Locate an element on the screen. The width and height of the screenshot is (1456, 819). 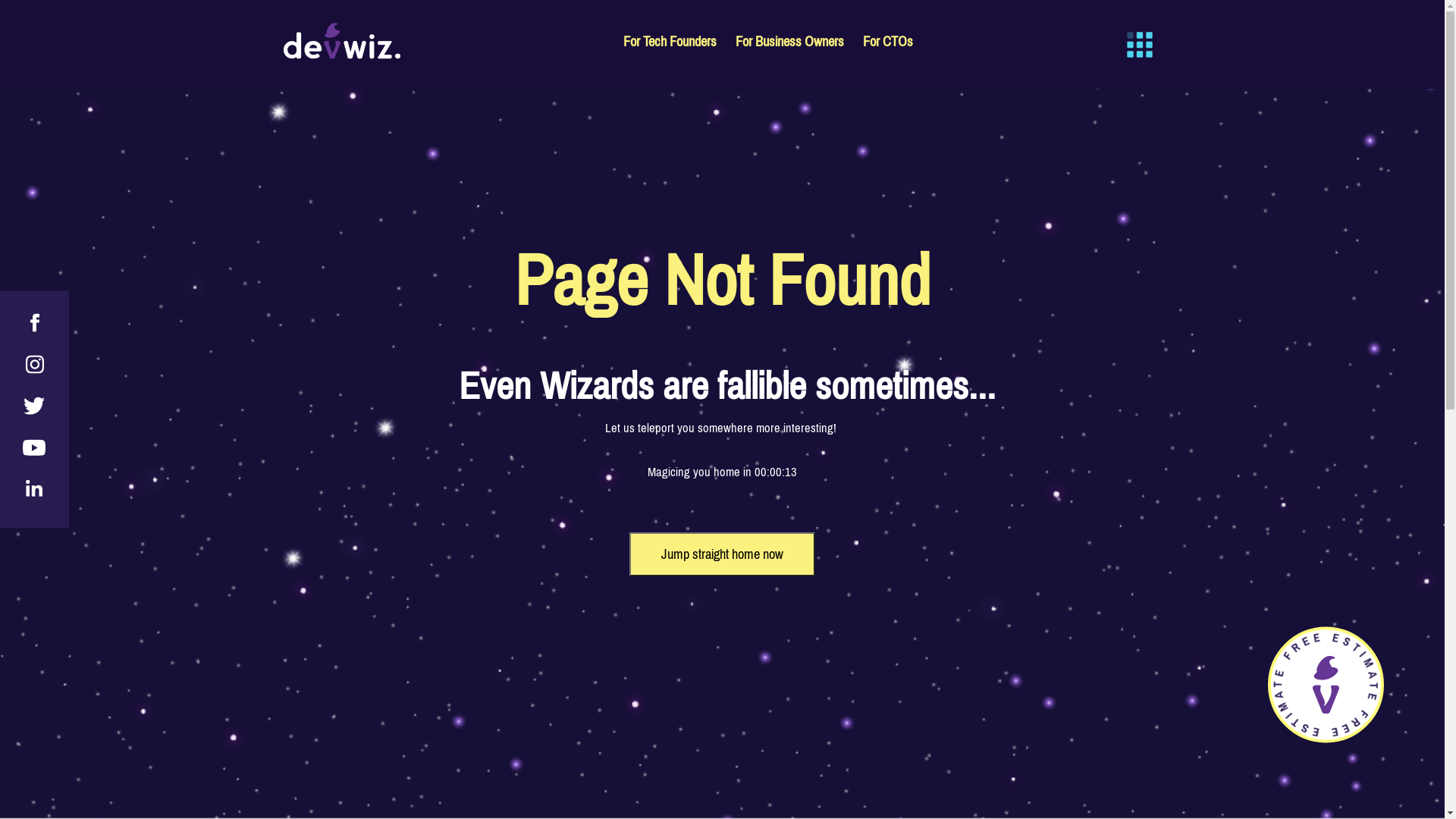
'For CTOs' is located at coordinates (888, 43).